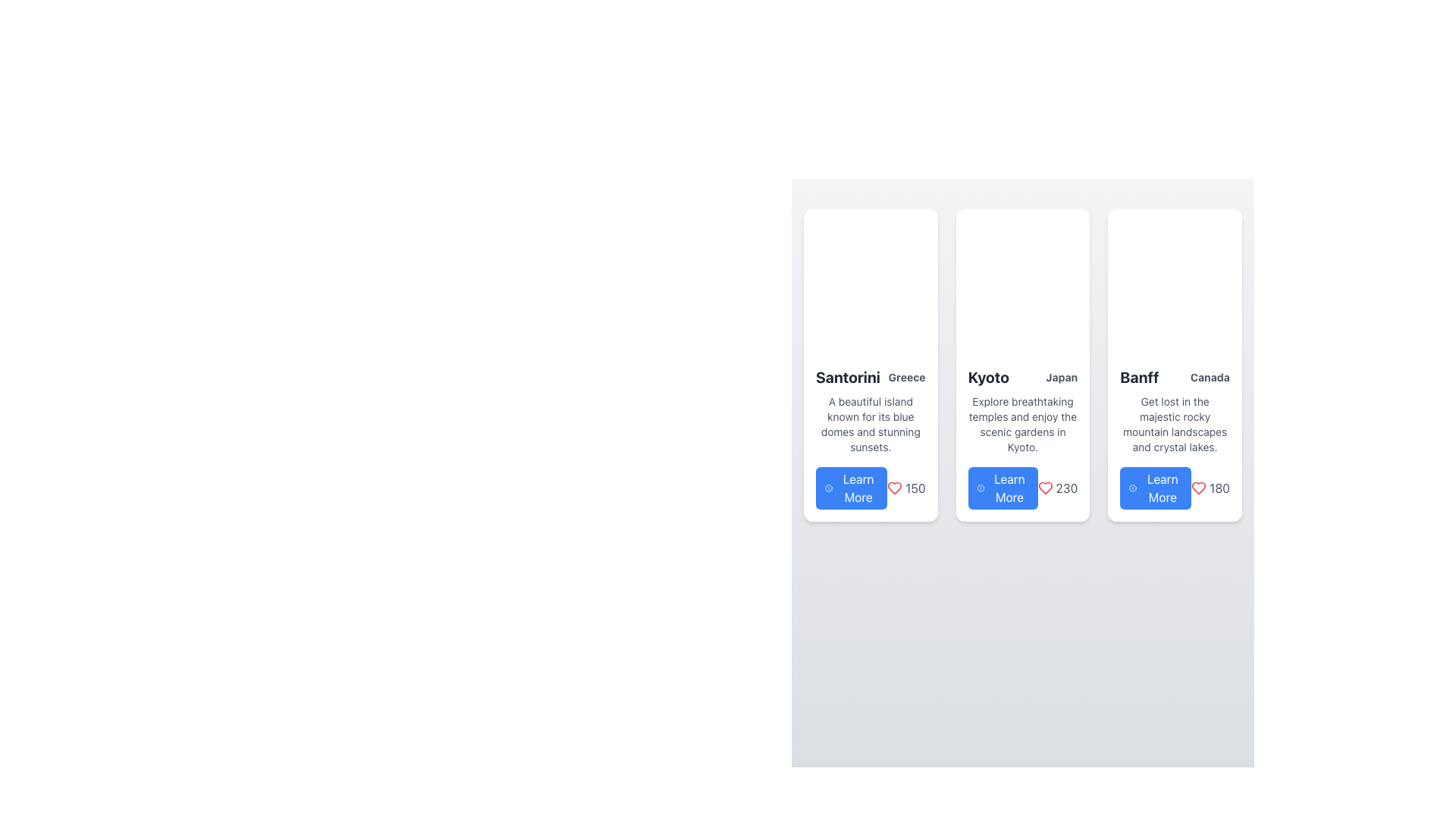  What do you see at coordinates (871, 376) in the screenshot?
I see `the Text Display element containing the bold text 'Santorini' and the subdued text 'Greece', located at the upper part of the first tile in the grid layout` at bounding box center [871, 376].